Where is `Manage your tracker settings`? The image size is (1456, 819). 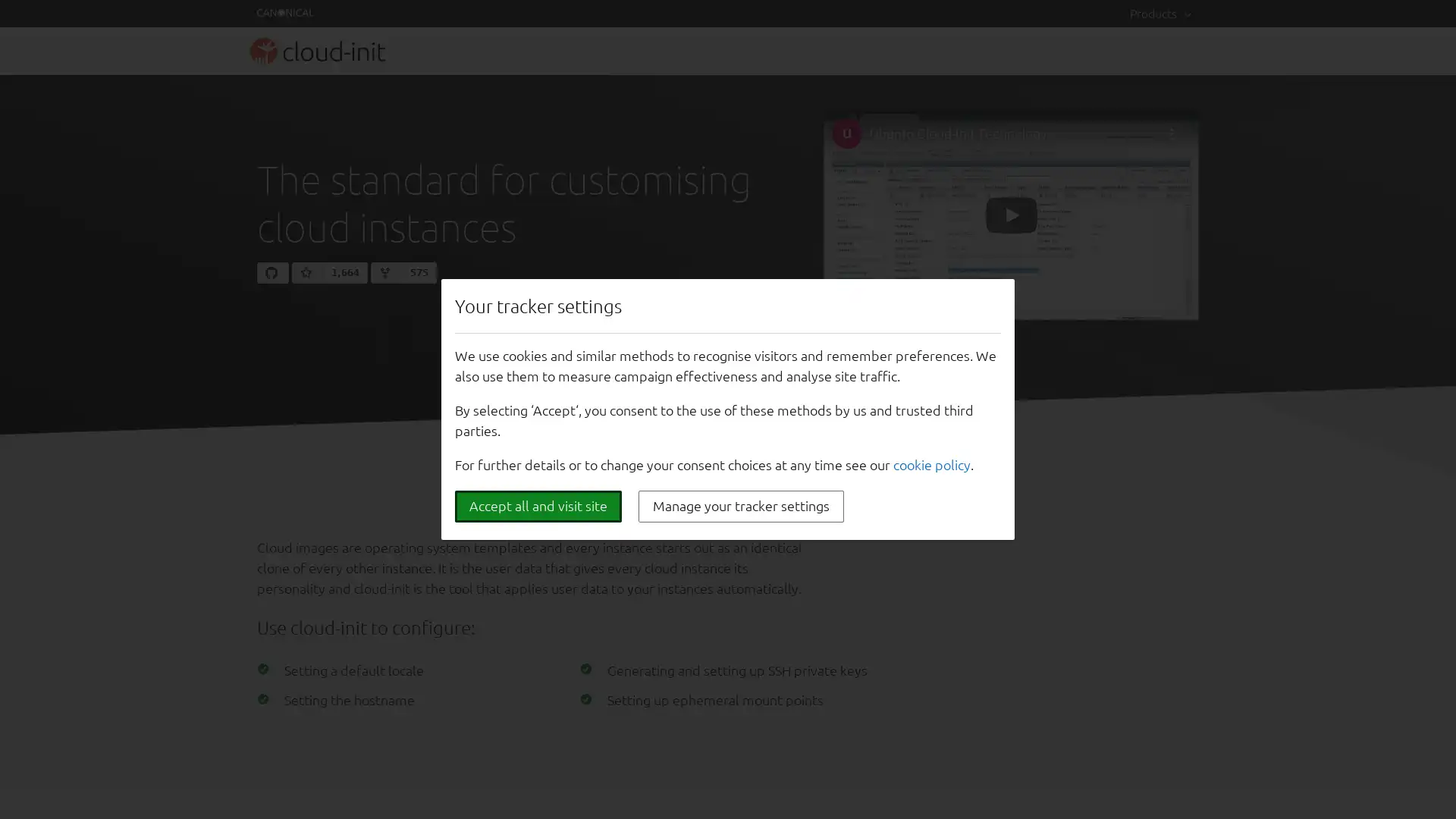
Manage your tracker settings is located at coordinates (741, 506).